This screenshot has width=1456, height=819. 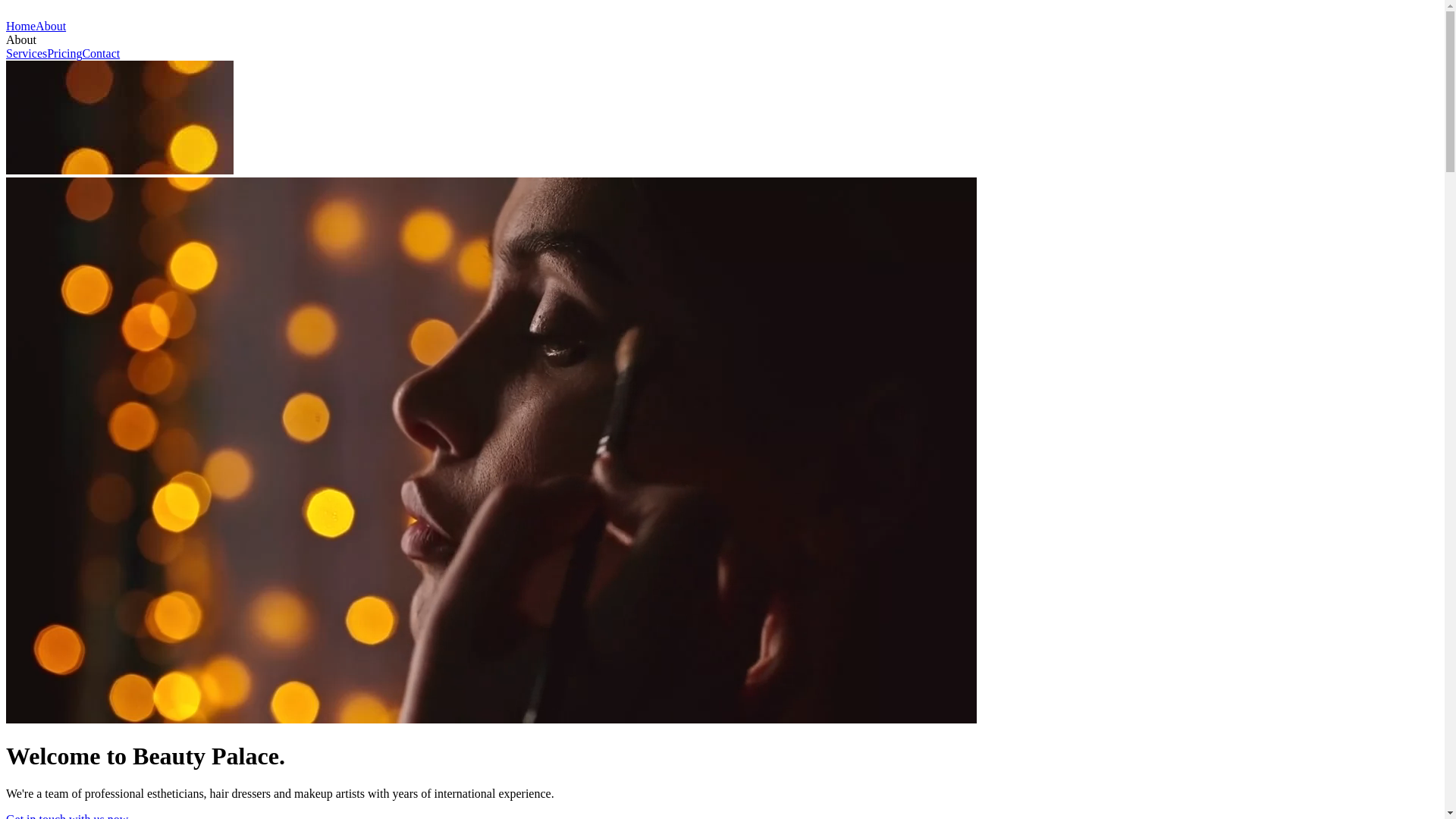 I want to click on 'Home', so click(x=6, y=26).